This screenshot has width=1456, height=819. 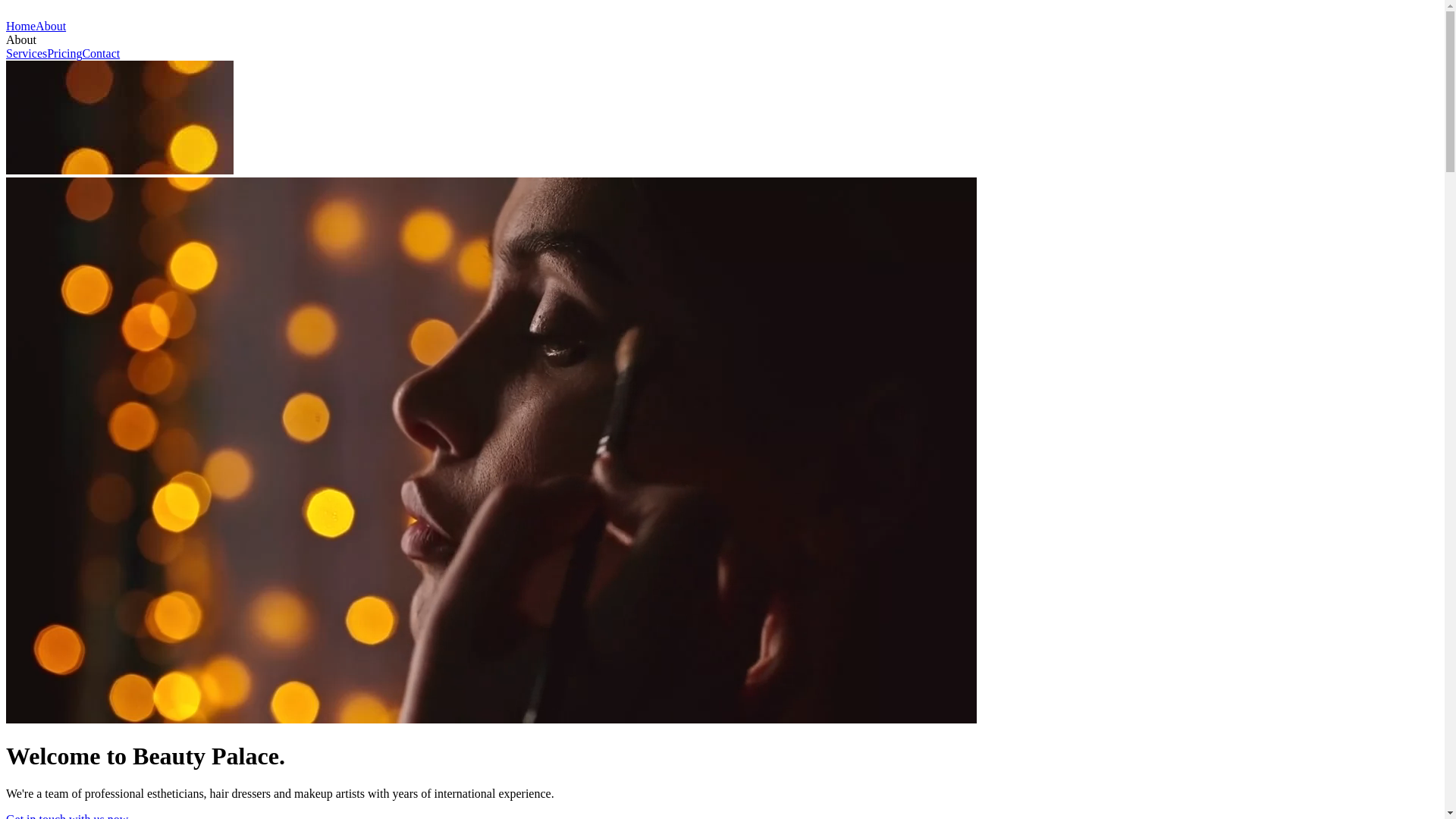 I want to click on 'Home', so click(x=6, y=26).